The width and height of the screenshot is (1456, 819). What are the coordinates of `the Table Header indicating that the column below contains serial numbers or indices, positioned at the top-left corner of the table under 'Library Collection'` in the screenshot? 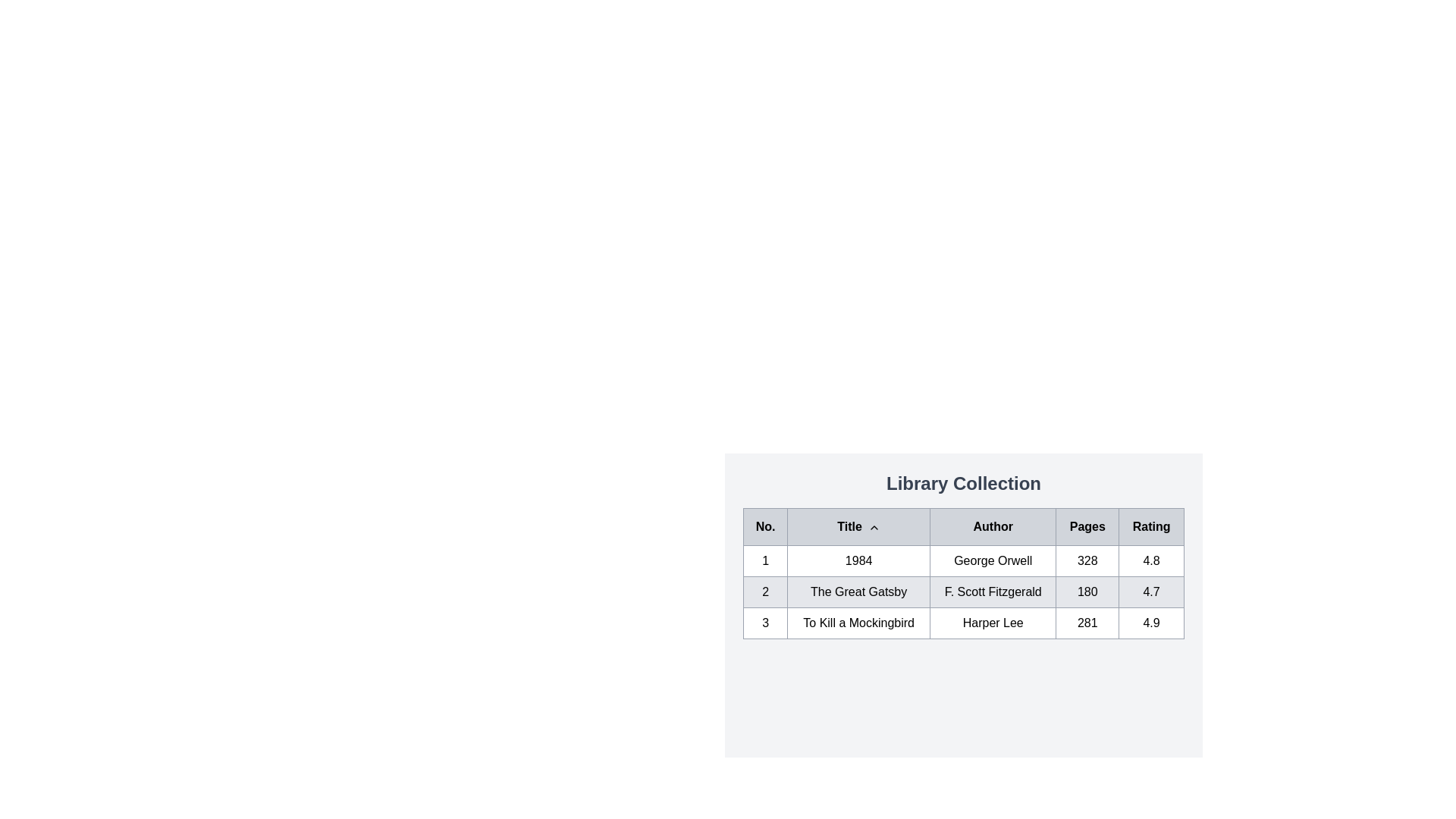 It's located at (765, 526).